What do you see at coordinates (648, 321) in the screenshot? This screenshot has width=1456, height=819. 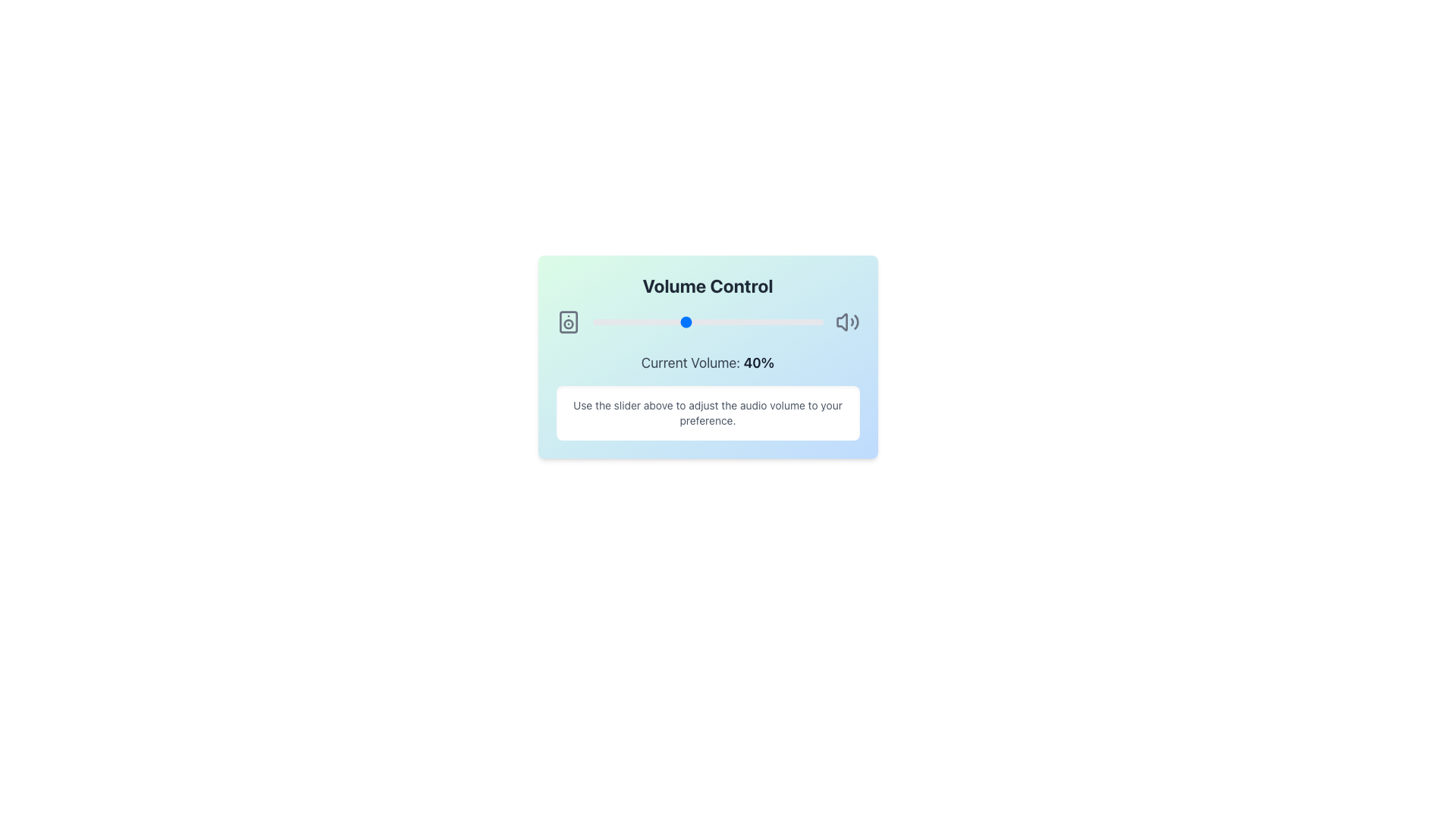 I see `the volume level` at bounding box center [648, 321].